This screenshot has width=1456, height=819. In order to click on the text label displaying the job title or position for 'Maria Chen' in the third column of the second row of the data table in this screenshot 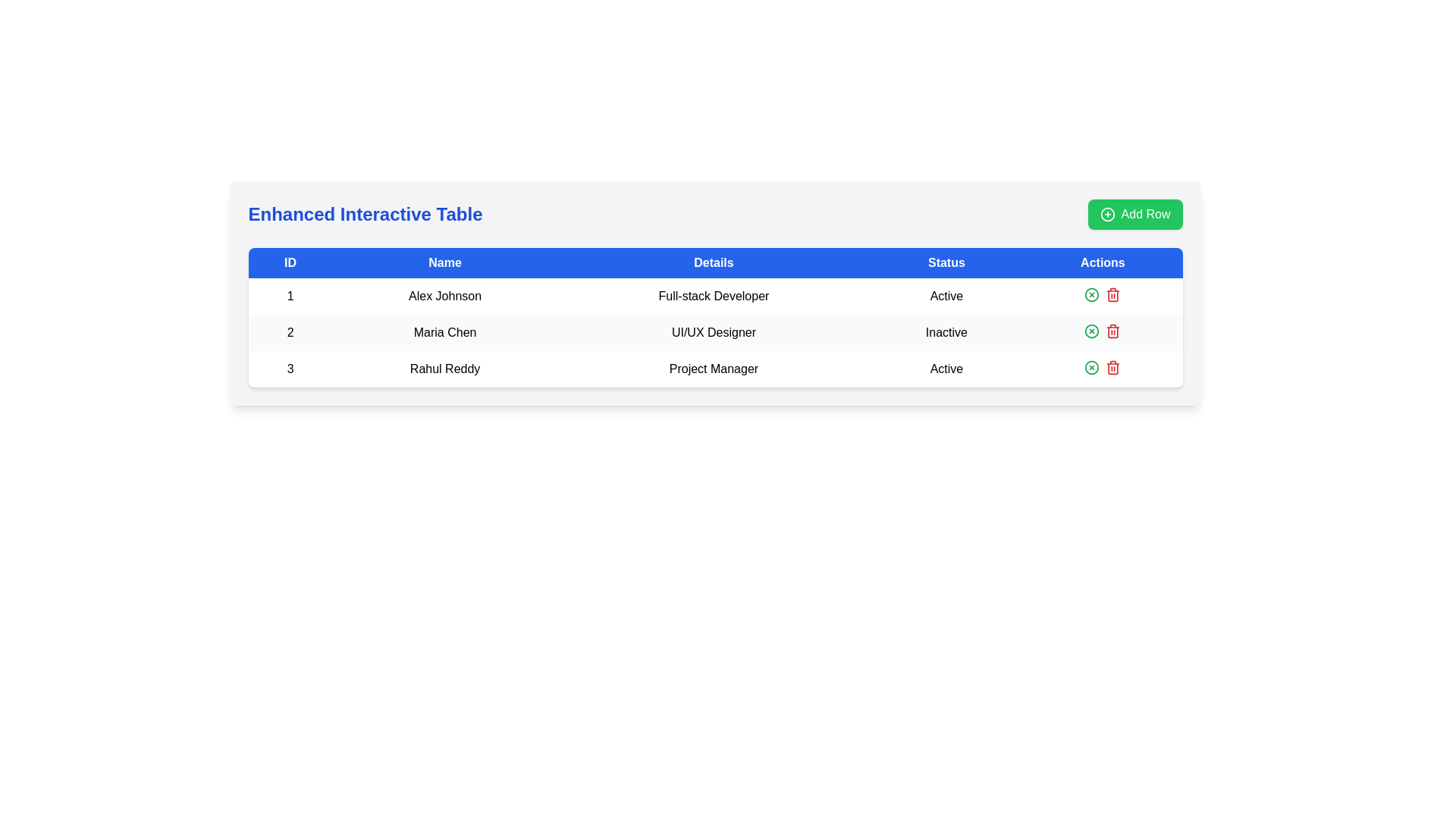, I will do `click(713, 332)`.